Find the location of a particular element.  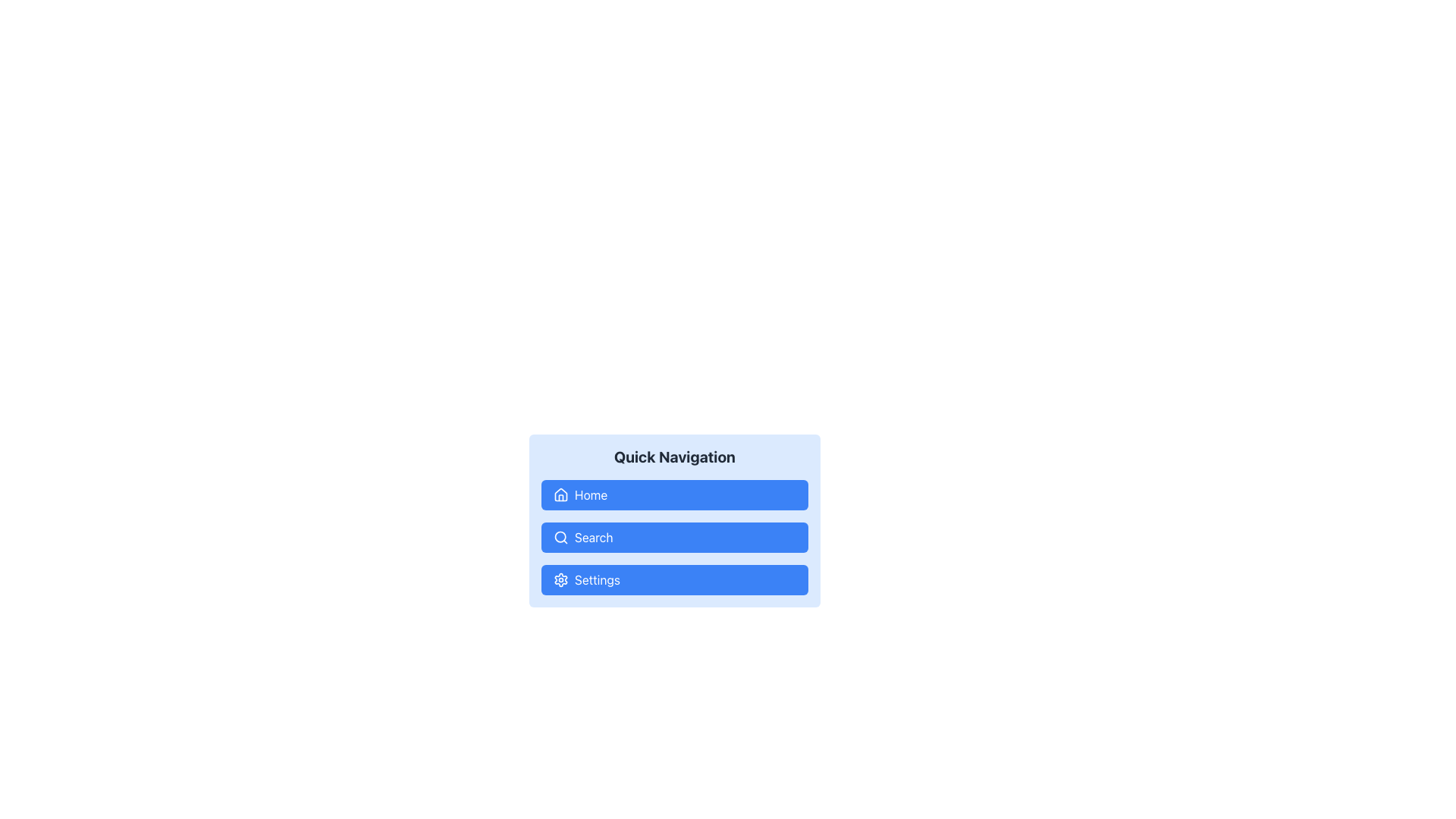

the 'Settings' text label within the blue button in the 'Quick Navigation' menu, which features a gear icon above it is located at coordinates (596, 579).